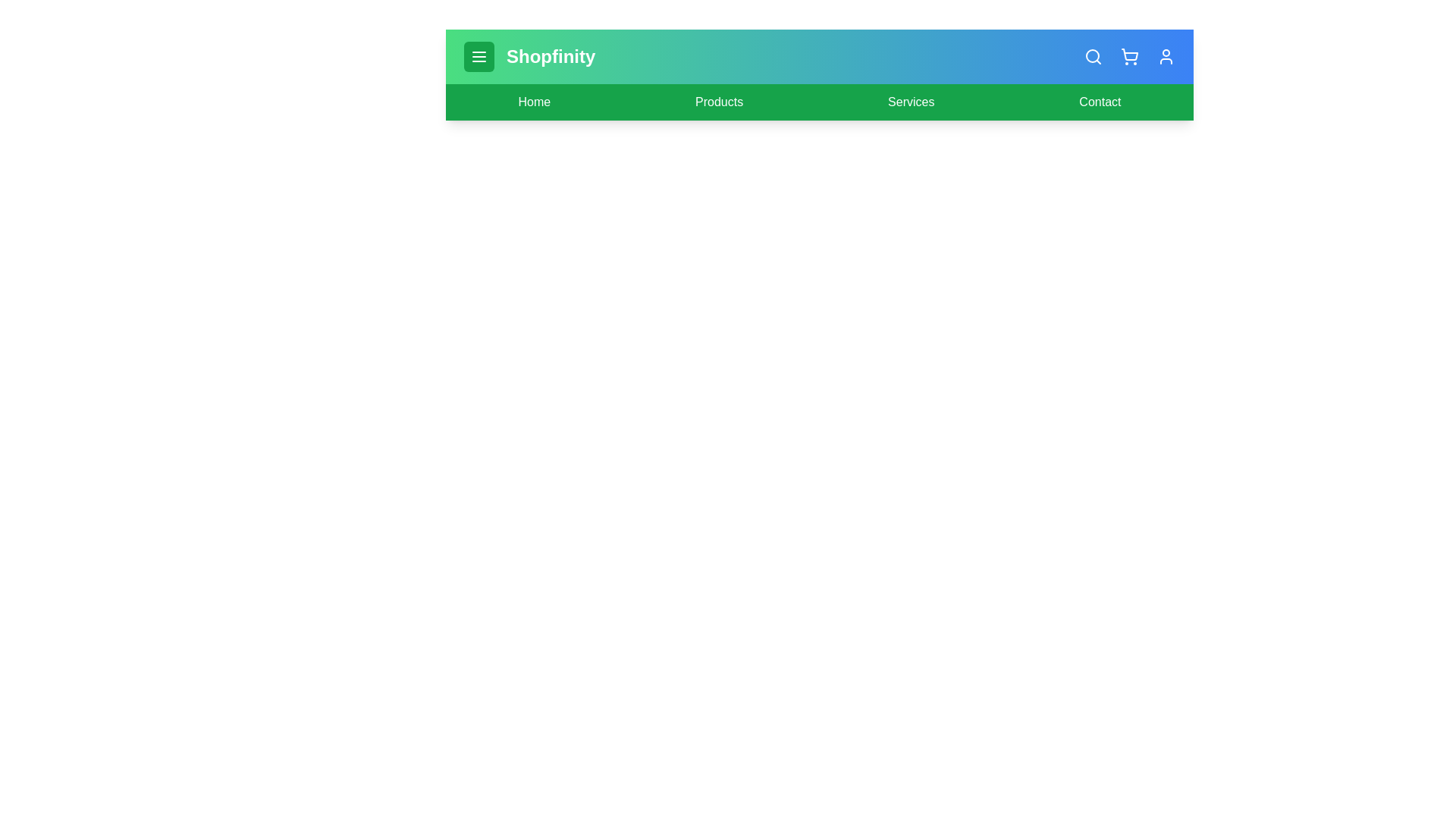 The image size is (1456, 819). I want to click on the user icon to access user settings or profile, so click(1165, 55).